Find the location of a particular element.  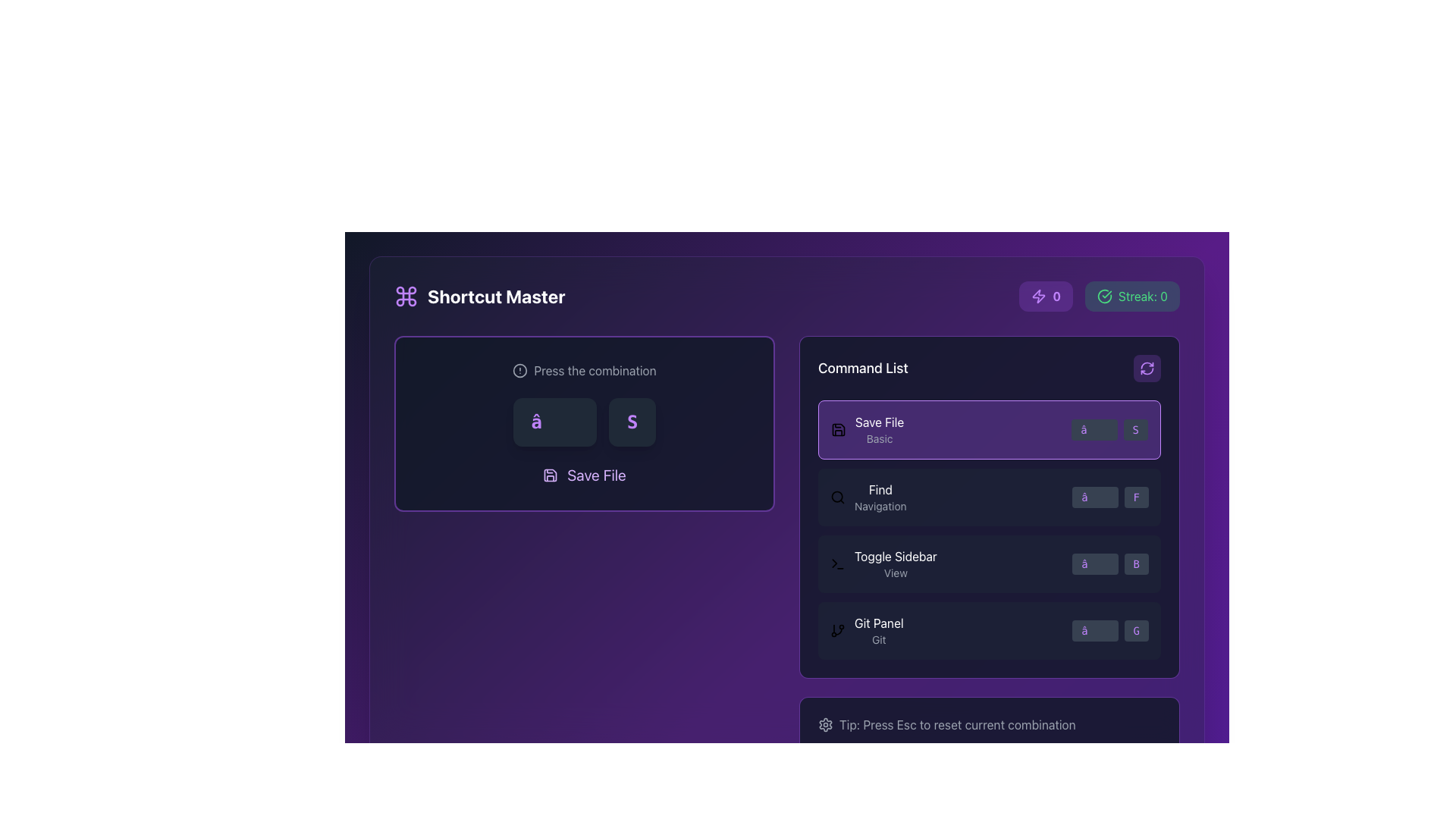

the Label indicating the keyboard shortcut for the 'Toggle Sidebar' command, which is located in the right-side panel of the 'Command List' section, next to the keyboard shortcut icon 'â' is located at coordinates (1136, 564).